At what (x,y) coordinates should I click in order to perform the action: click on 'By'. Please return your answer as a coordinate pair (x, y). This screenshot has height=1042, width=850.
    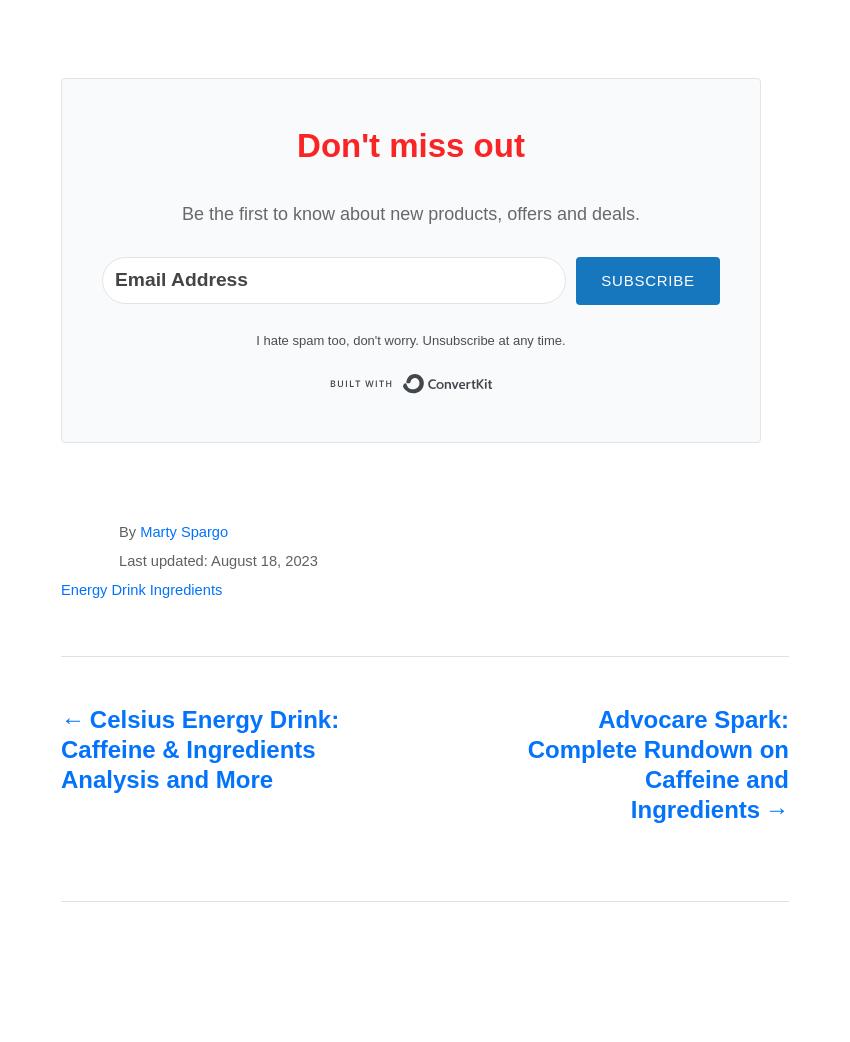
    Looking at the image, I should click on (118, 531).